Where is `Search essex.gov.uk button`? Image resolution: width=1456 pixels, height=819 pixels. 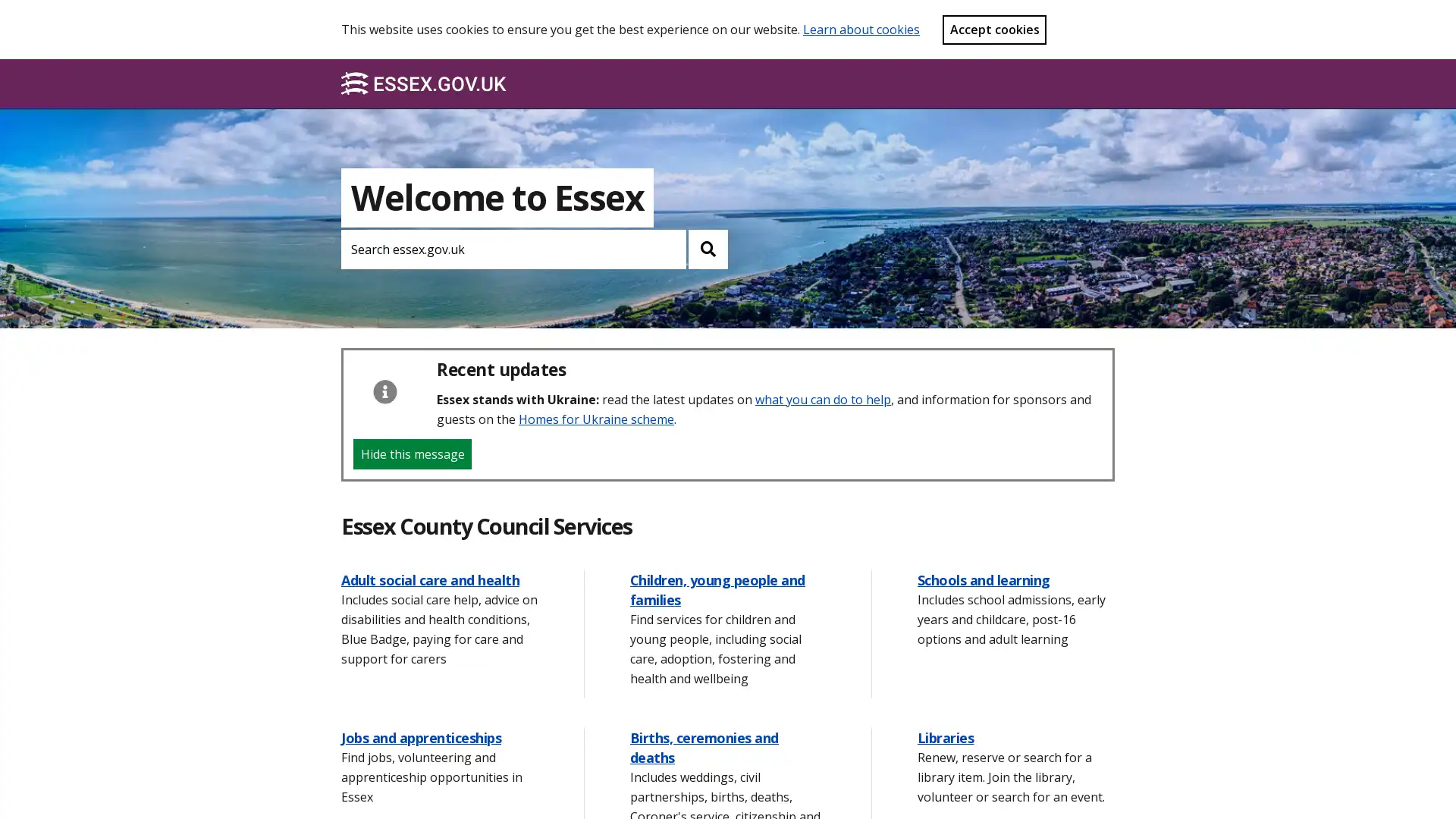 Search essex.gov.uk button is located at coordinates (708, 248).